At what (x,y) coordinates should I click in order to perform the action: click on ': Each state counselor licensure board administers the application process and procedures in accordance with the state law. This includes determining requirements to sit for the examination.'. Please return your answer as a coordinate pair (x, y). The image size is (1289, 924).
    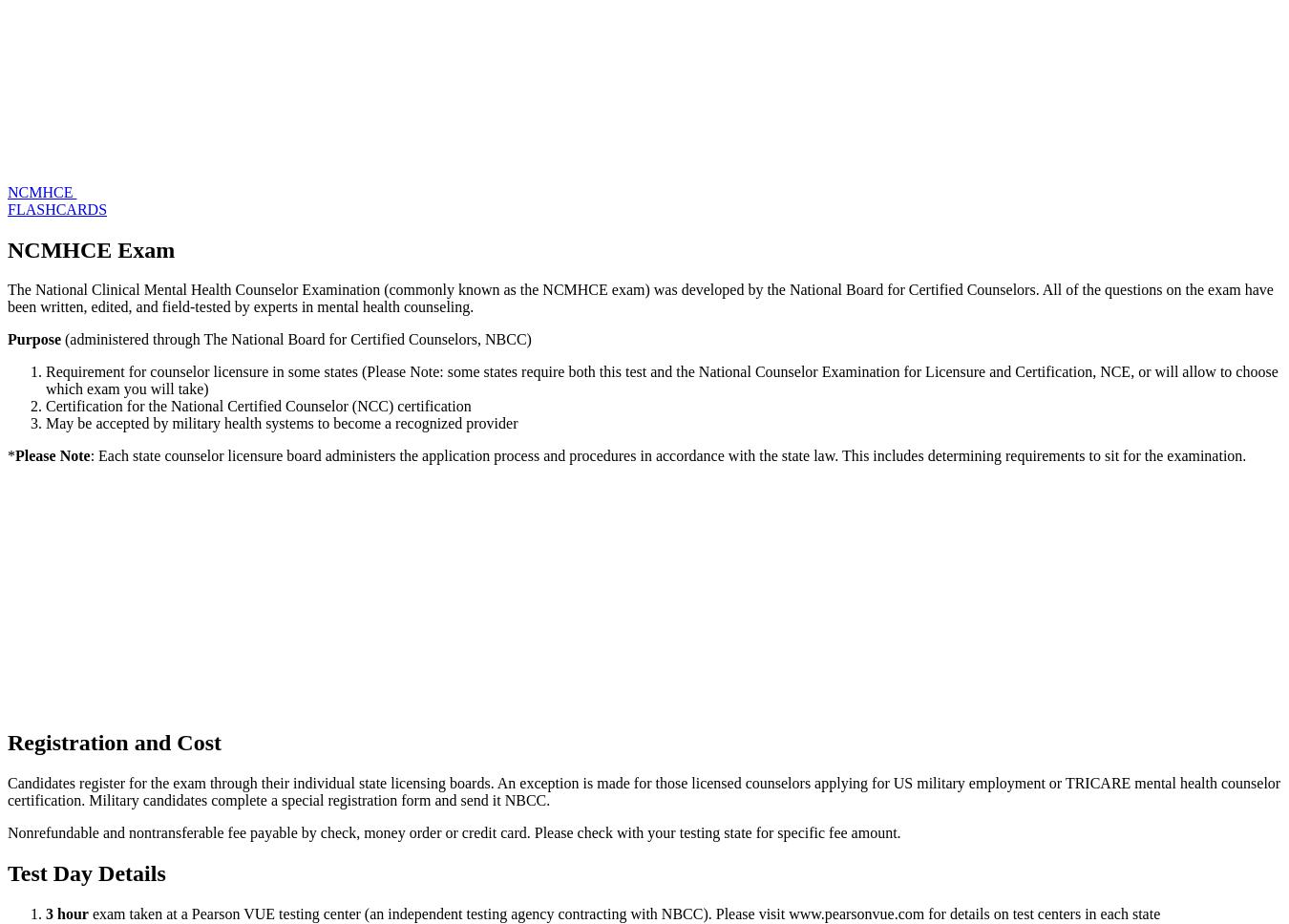
    Looking at the image, I should click on (666, 454).